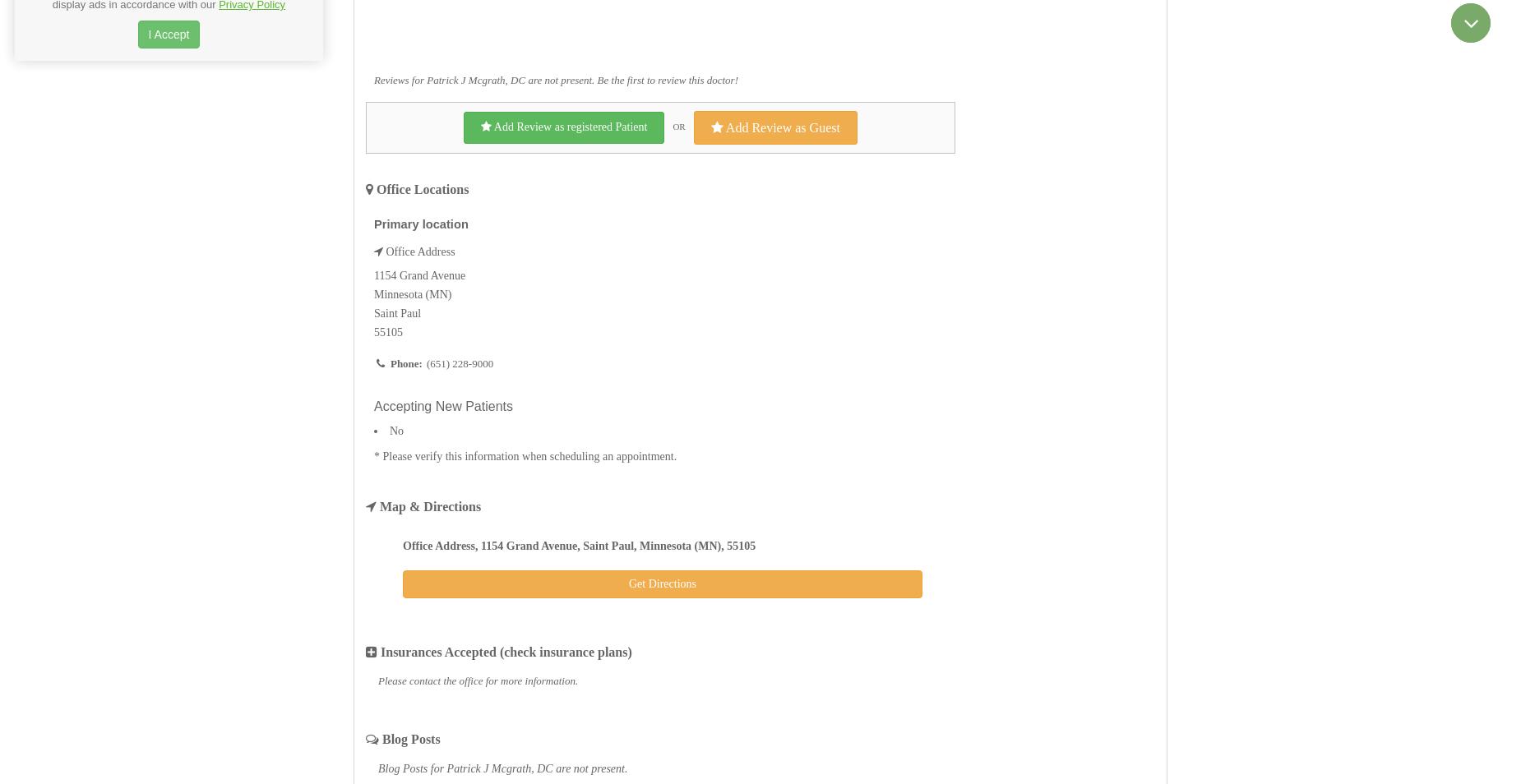 This screenshot has height=784, width=1521. What do you see at coordinates (388, 332) in the screenshot?
I see `'55105'` at bounding box center [388, 332].